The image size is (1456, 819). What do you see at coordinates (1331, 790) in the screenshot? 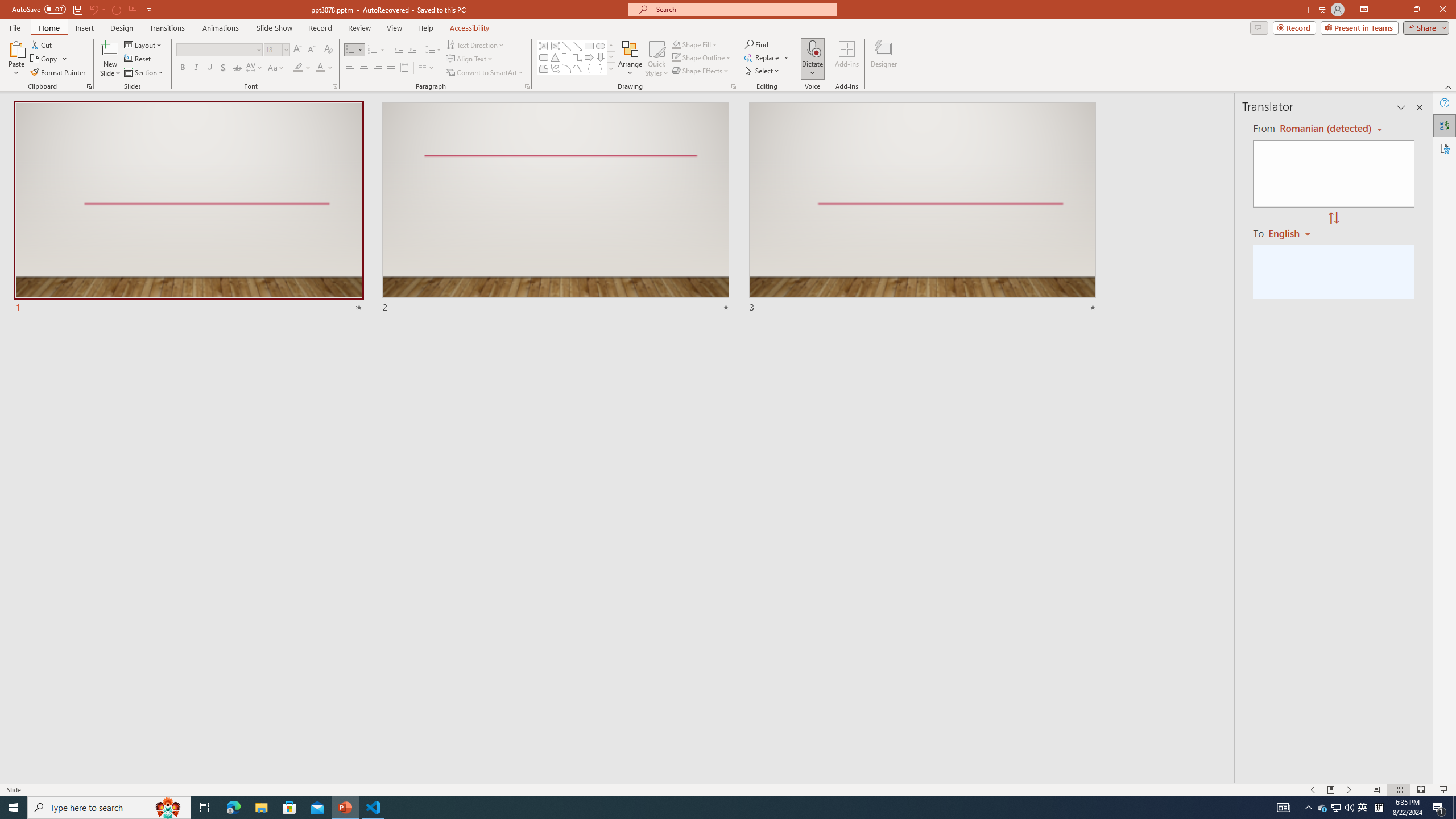
I see `'Menu On'` at bounding box center [1331, 790].